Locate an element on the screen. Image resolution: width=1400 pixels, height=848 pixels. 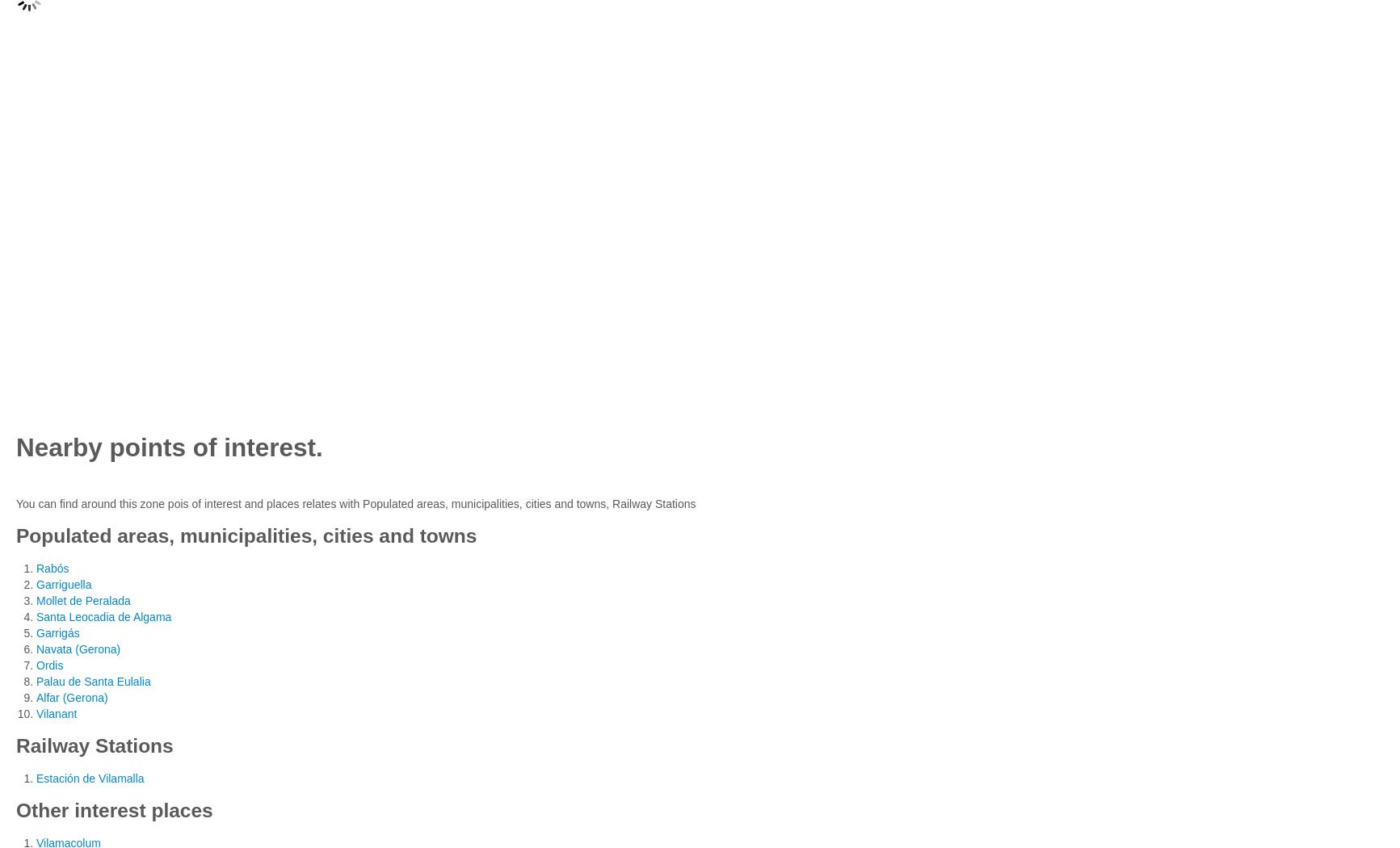
'Vilanant' is located at coordinates (36, 712).